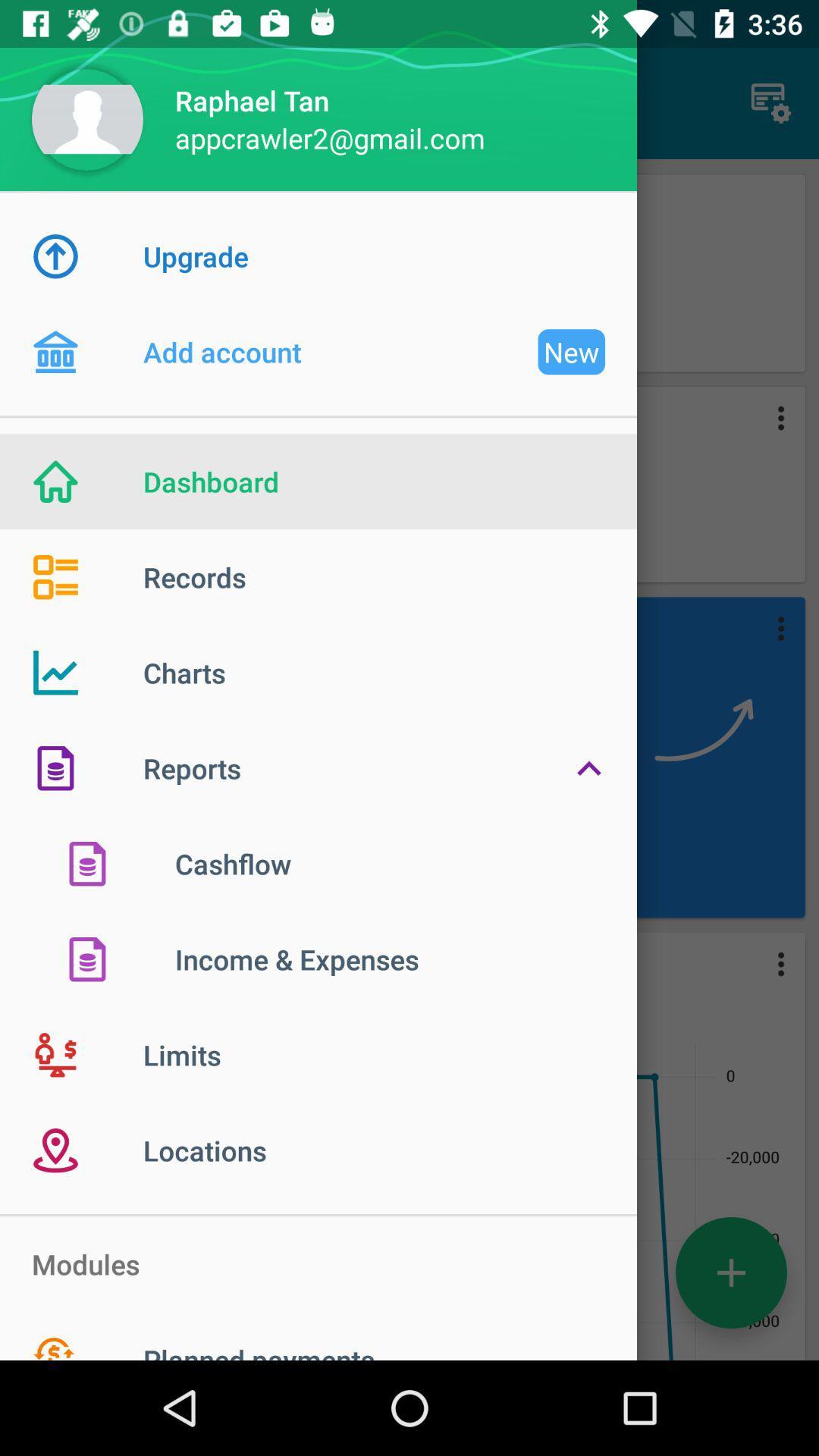 This screenshot has height=1456, width=819. Describe the element at coordinates (771, 103) in the screenshot. I see `the icon on top right` at that location.